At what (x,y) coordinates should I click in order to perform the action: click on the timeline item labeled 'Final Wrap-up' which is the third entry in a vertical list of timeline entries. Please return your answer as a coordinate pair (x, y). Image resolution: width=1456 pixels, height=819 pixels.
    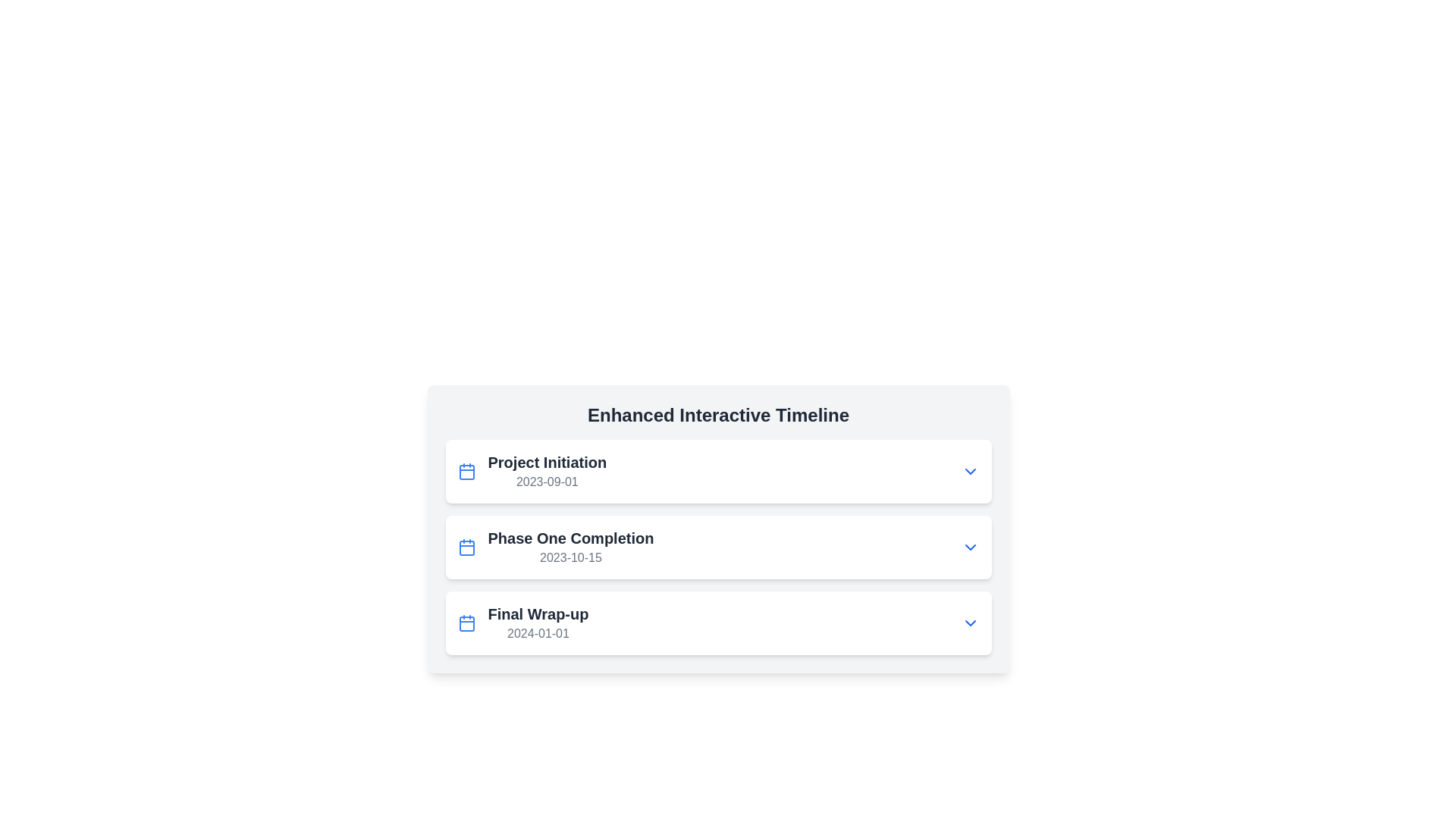
    Looking at the image, I should click on (538, 623).